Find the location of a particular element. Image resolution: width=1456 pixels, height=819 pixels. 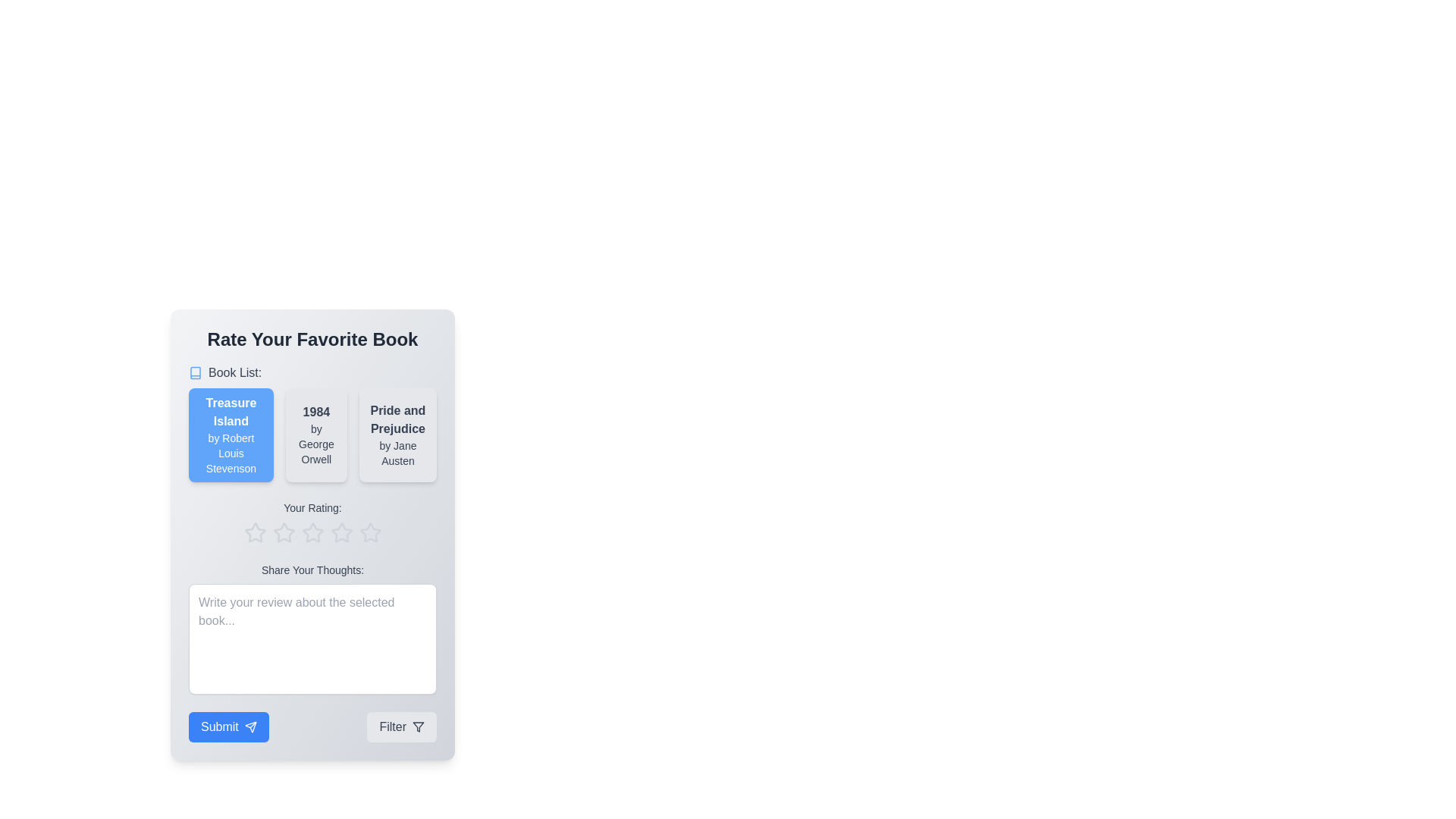

the text label displaying 'by Jane Austen', which is located below the title 'Pride and Prejudice' in the book list interface is located at coordinates (397, 452).